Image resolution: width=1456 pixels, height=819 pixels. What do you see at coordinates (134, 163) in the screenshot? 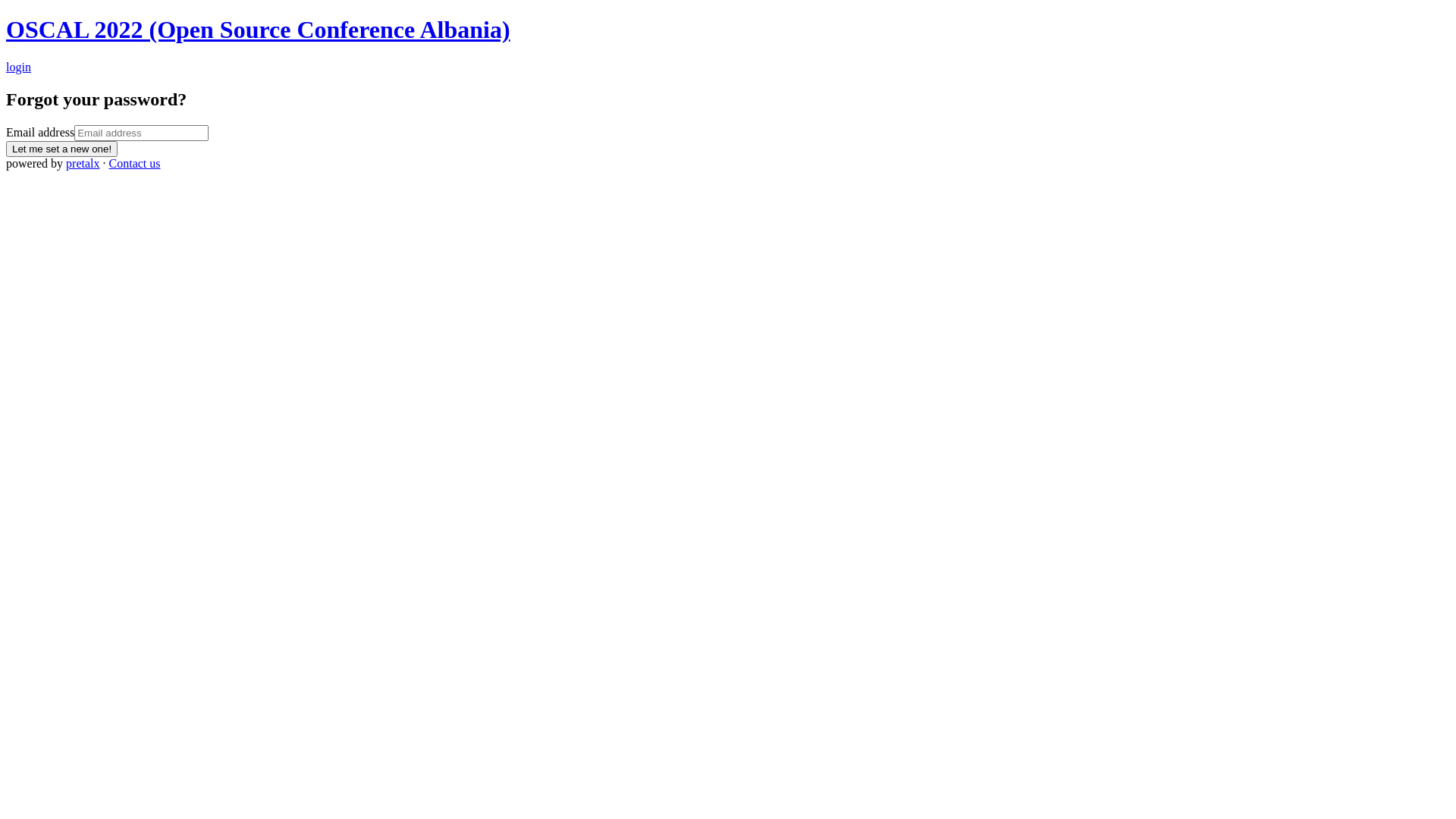
I see `'Contact us'` at bounding box center [134, 163].